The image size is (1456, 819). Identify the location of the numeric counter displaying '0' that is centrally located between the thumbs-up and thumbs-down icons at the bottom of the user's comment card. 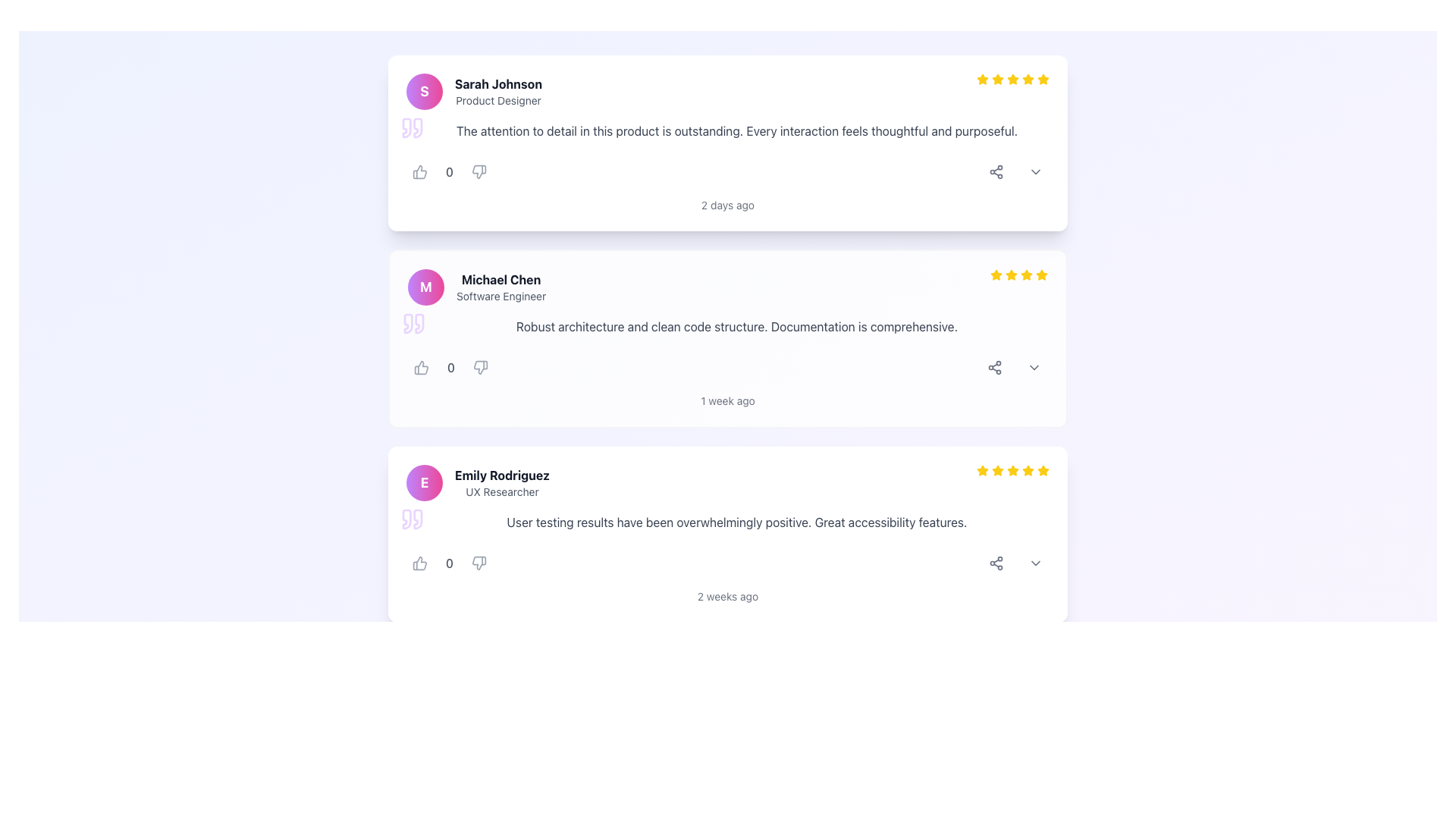
(449, 563).